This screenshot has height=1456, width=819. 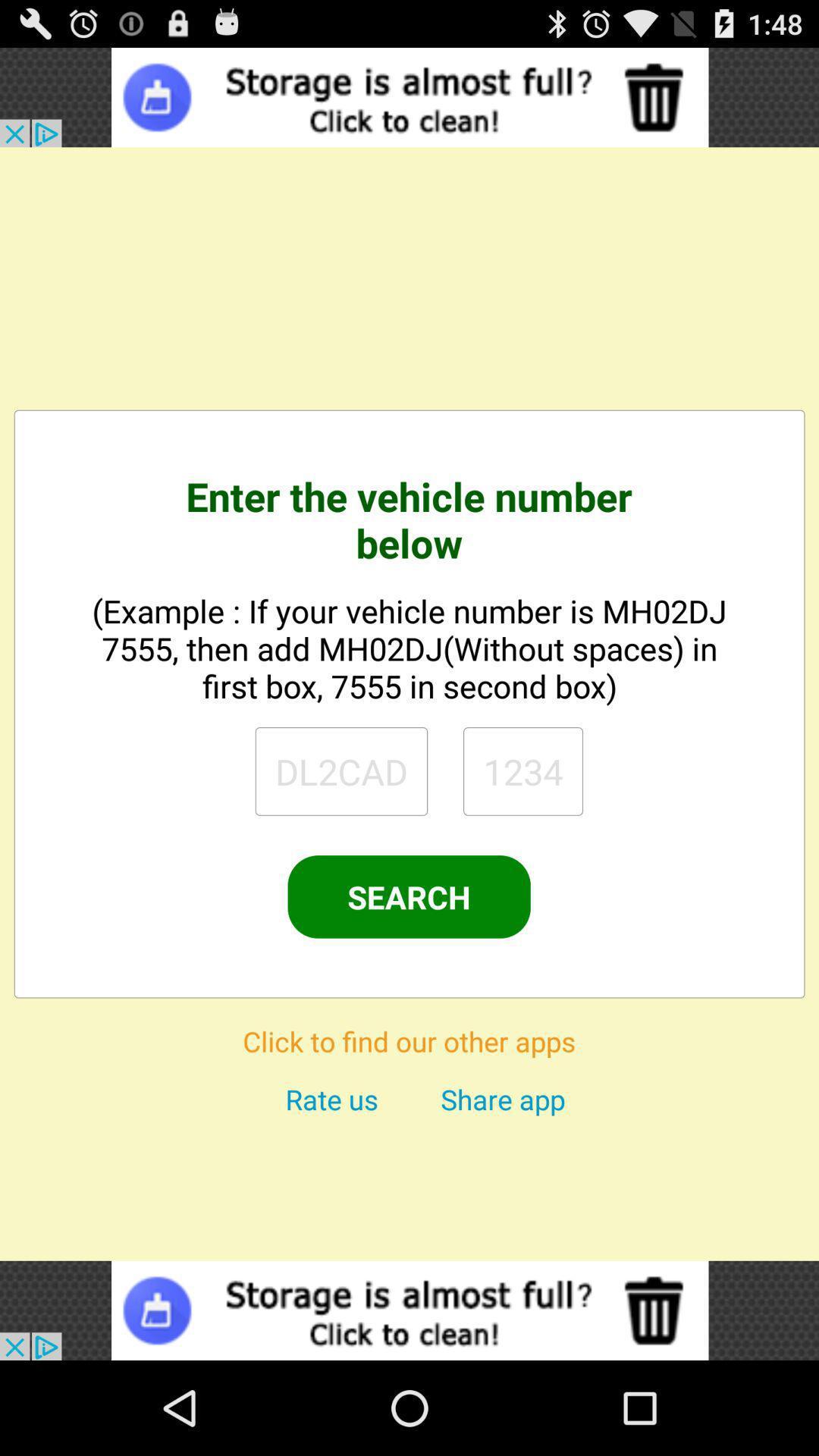 I want to click on advertisement link, so click(x=409, y=96).